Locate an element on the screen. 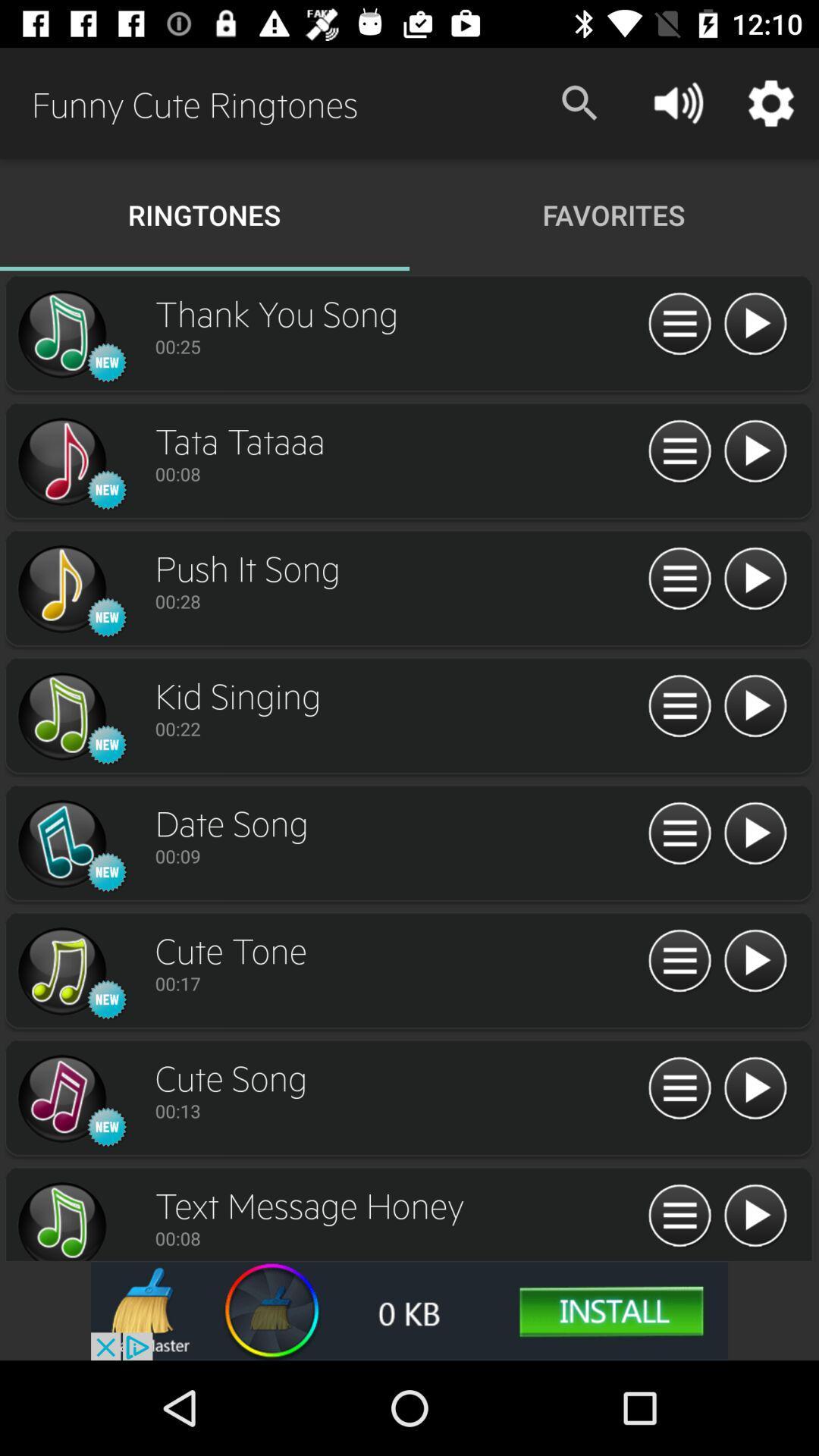 The height and width of the screenshot is (1456, 819). advertisement is located at coordinates (409, 1310).